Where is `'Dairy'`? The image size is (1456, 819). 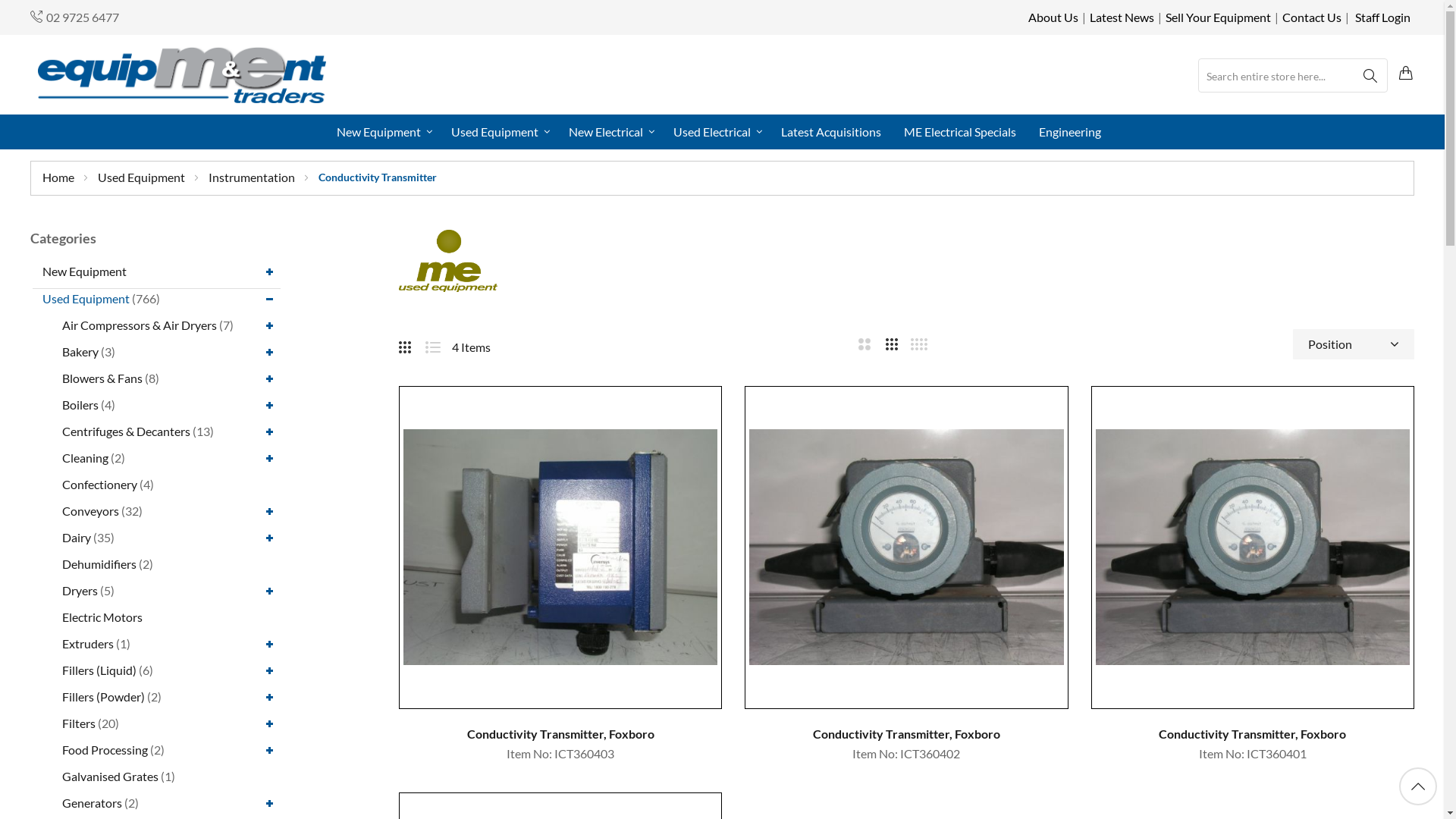 'Dairy' is located at coordinates (75, 535).